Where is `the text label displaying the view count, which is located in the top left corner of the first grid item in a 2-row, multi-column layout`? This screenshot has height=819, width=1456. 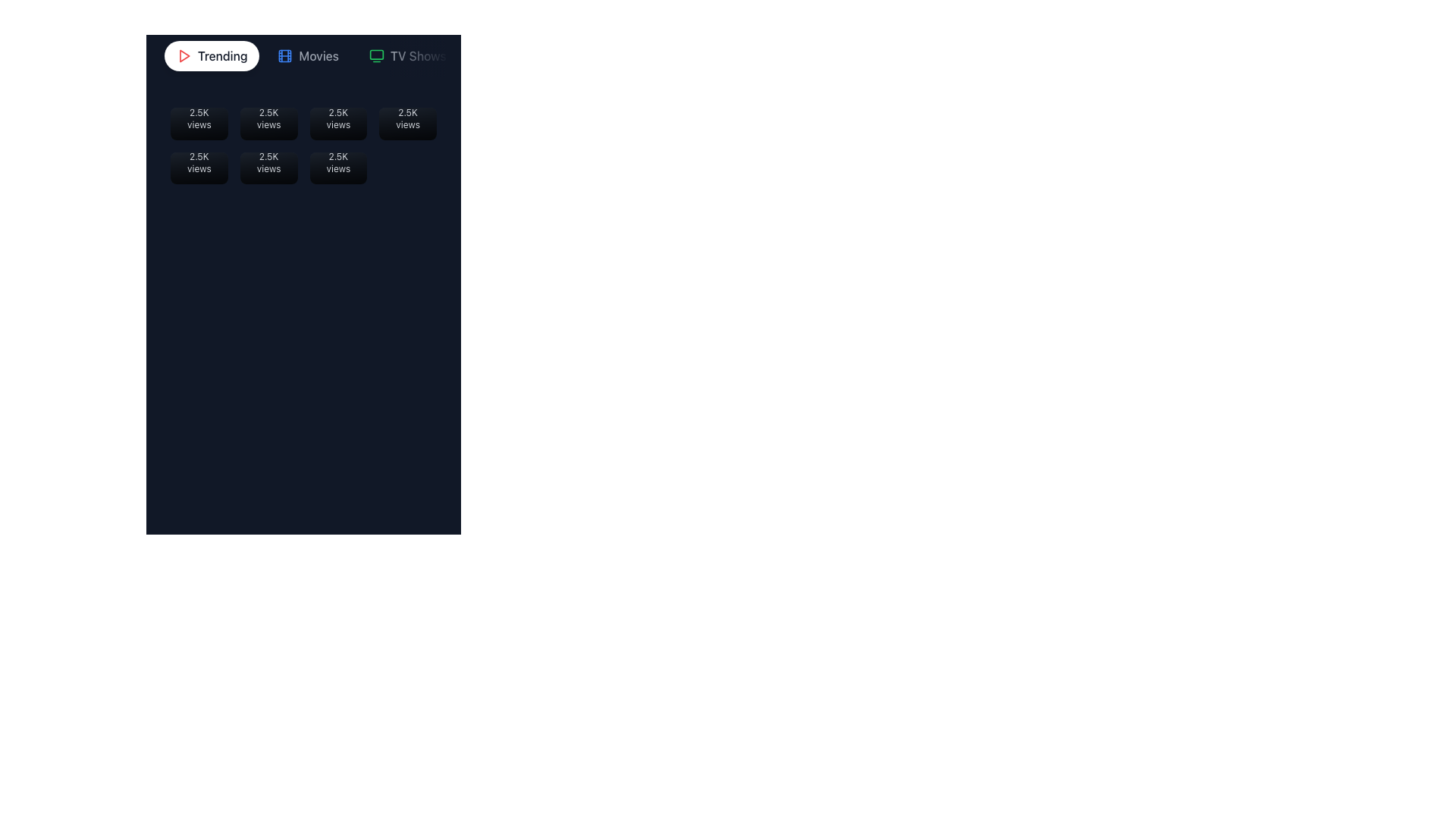
the text label displaying the view count, which is located in the top left corner of the first grid item in a 2-row, multi-column layout is located at coordinates (198, 110).